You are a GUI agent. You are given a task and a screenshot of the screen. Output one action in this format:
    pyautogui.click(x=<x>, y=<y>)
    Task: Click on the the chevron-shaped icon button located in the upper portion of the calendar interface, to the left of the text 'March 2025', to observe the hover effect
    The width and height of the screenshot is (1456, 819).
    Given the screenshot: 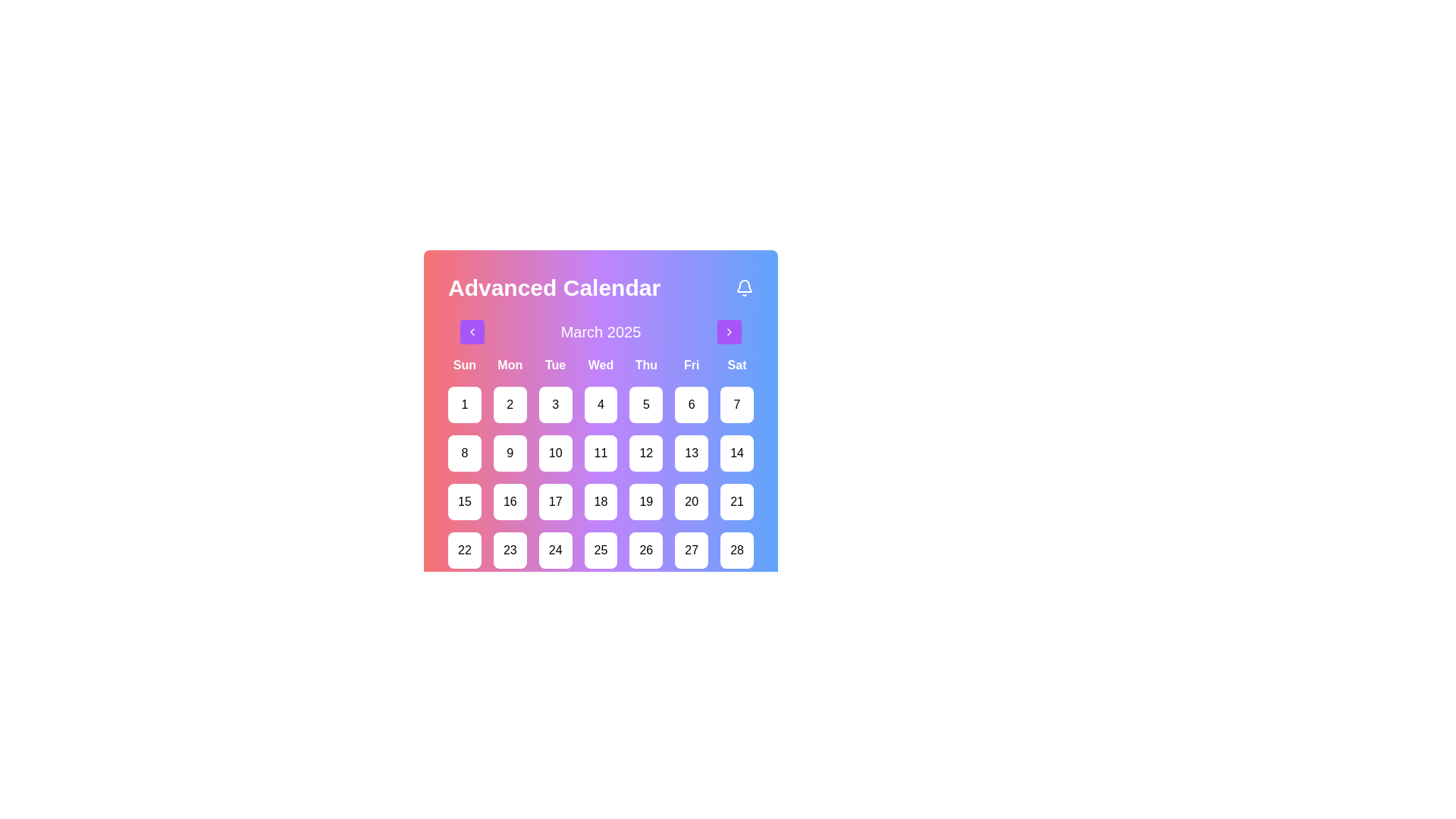 What is the action you would take?
    pyautogui.click(x=472, y=331)
    